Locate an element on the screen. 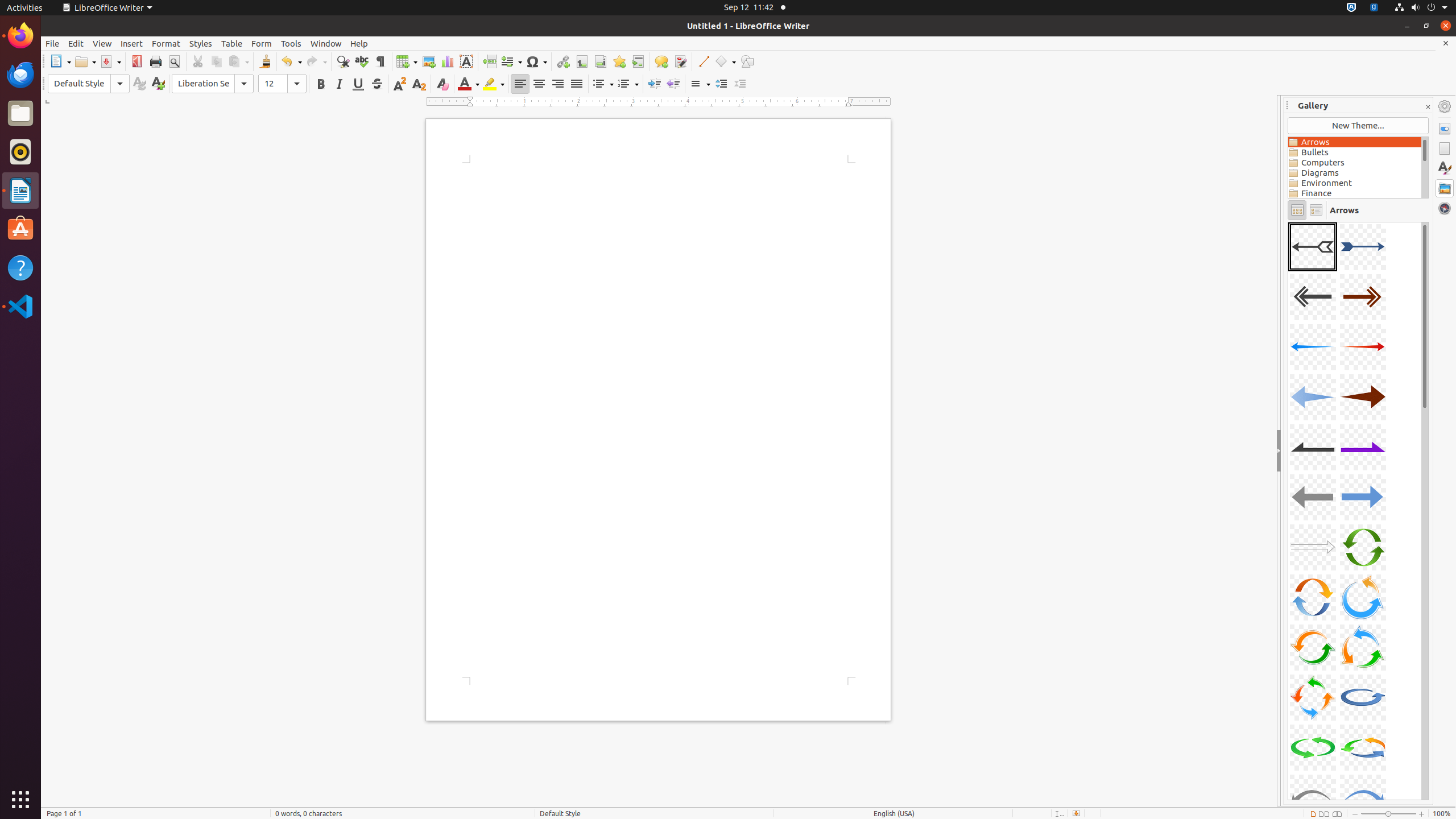 This screenshot has width=1456, height=819. 'Thunderbird Mail' is located at coordinates (20, 74).